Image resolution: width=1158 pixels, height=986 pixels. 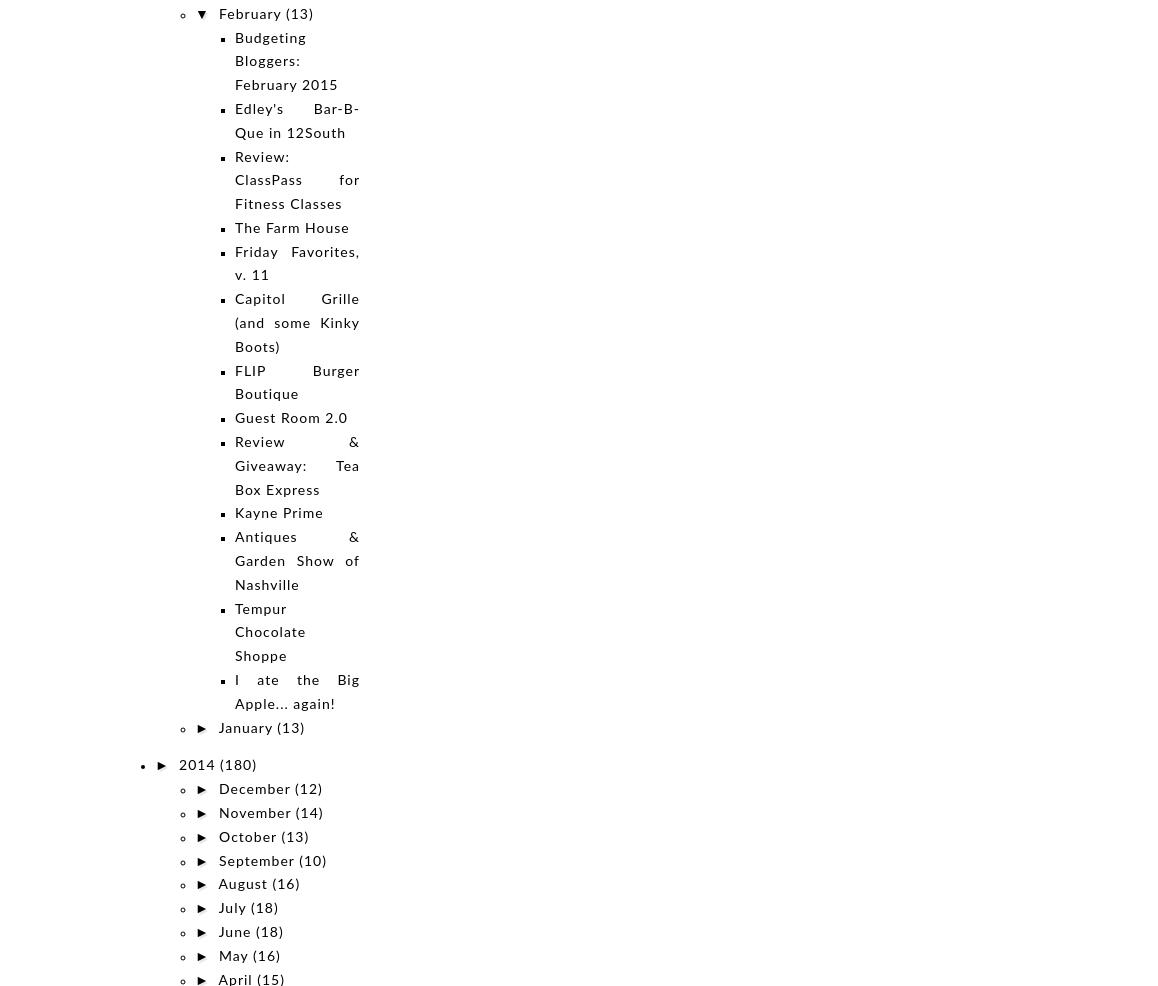 I want to click on 'May', so click(x=235, y=956).